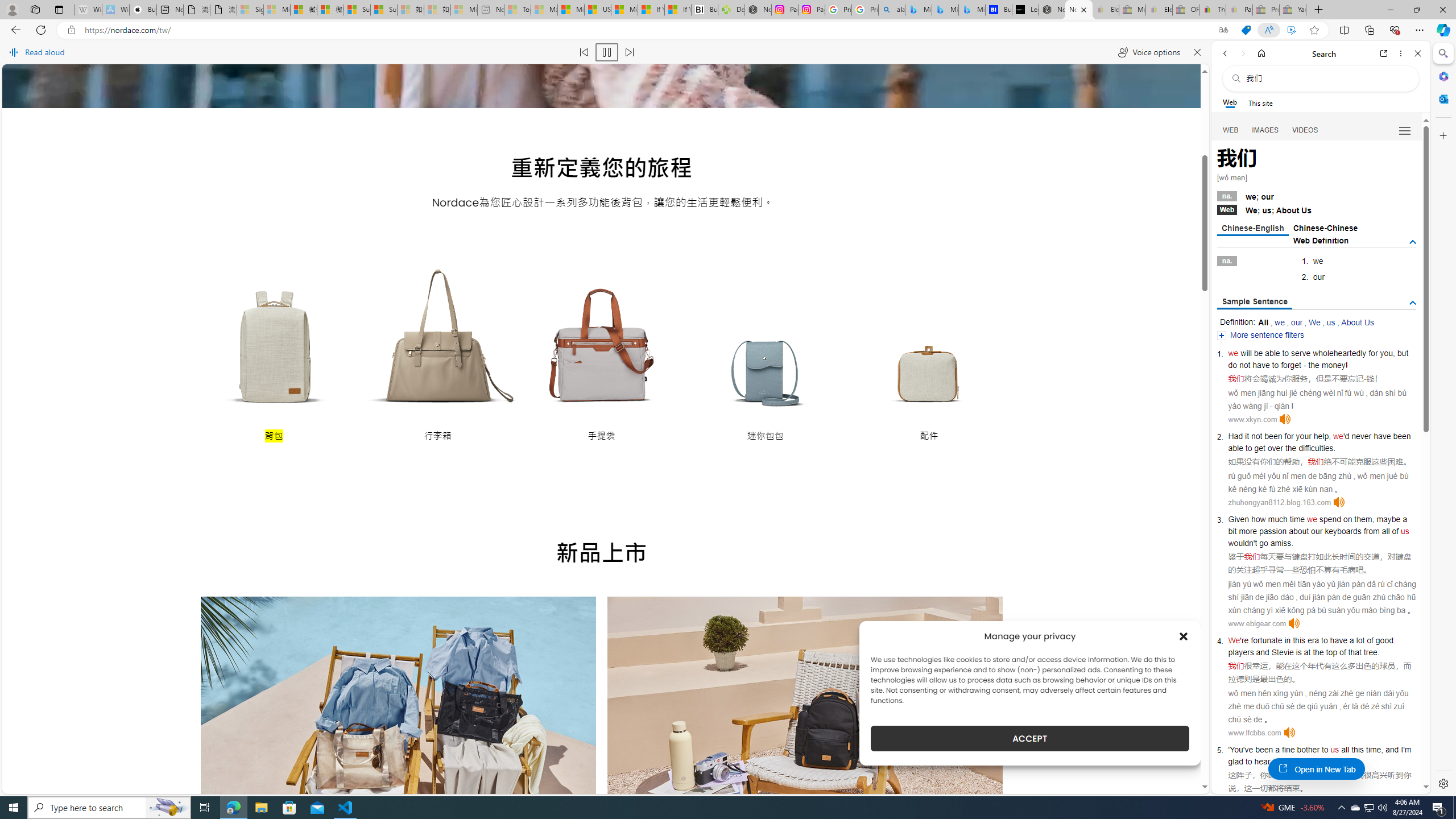 The image size is (1456, 819). What do you see at coordinates (1265, 9) in the screenshot?
I see `'Press Room - eBay Inc. - Sleeping'` at bounding box center [1265, 9].